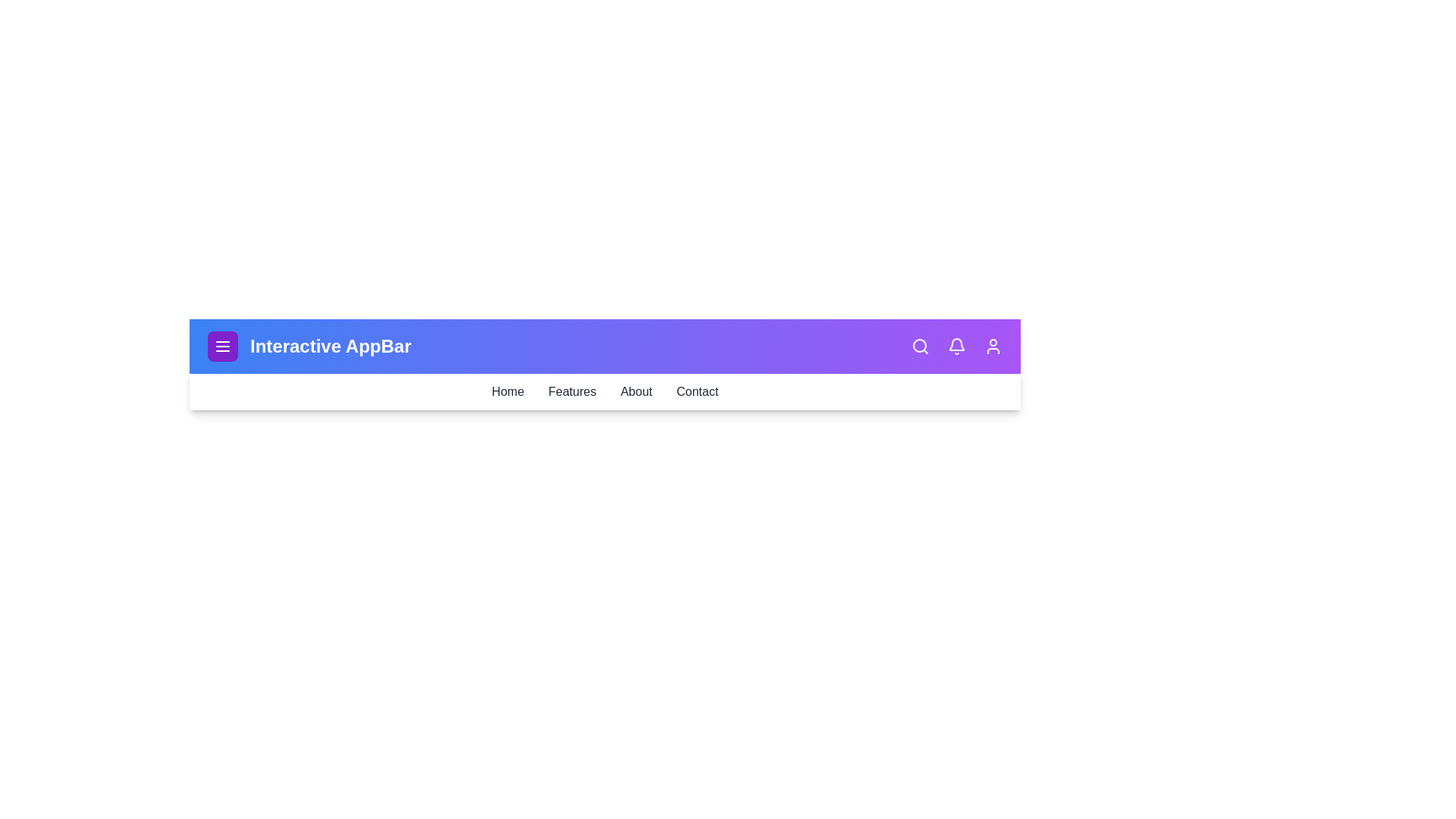 This screenshot has height=819, width=1456. I want to click on the menu button to toggle the visibility of the menu, so click(221, 346).